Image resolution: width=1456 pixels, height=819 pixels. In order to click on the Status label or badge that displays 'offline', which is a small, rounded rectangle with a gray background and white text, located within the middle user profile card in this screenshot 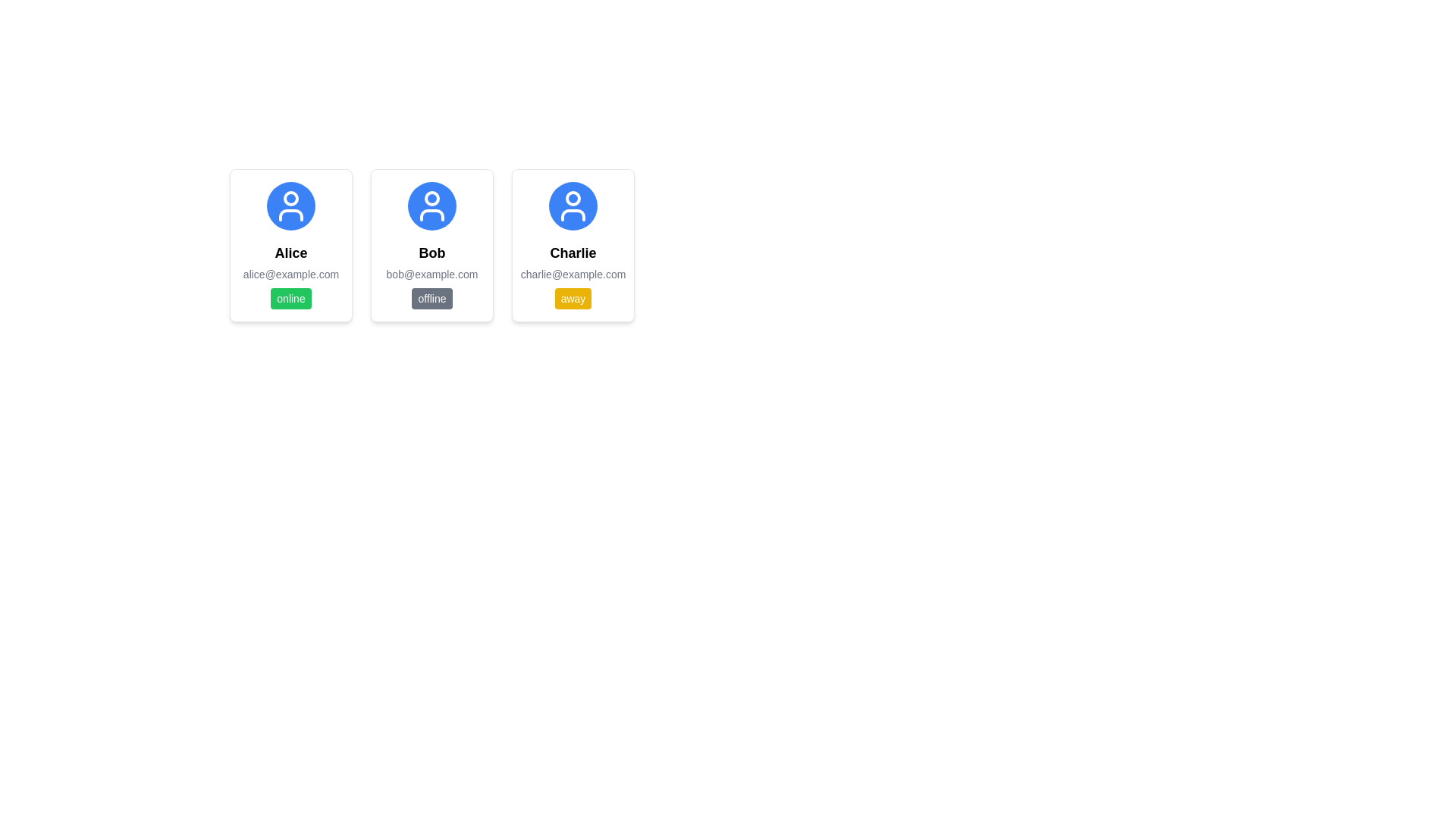, I will do `click(431, 298)`.